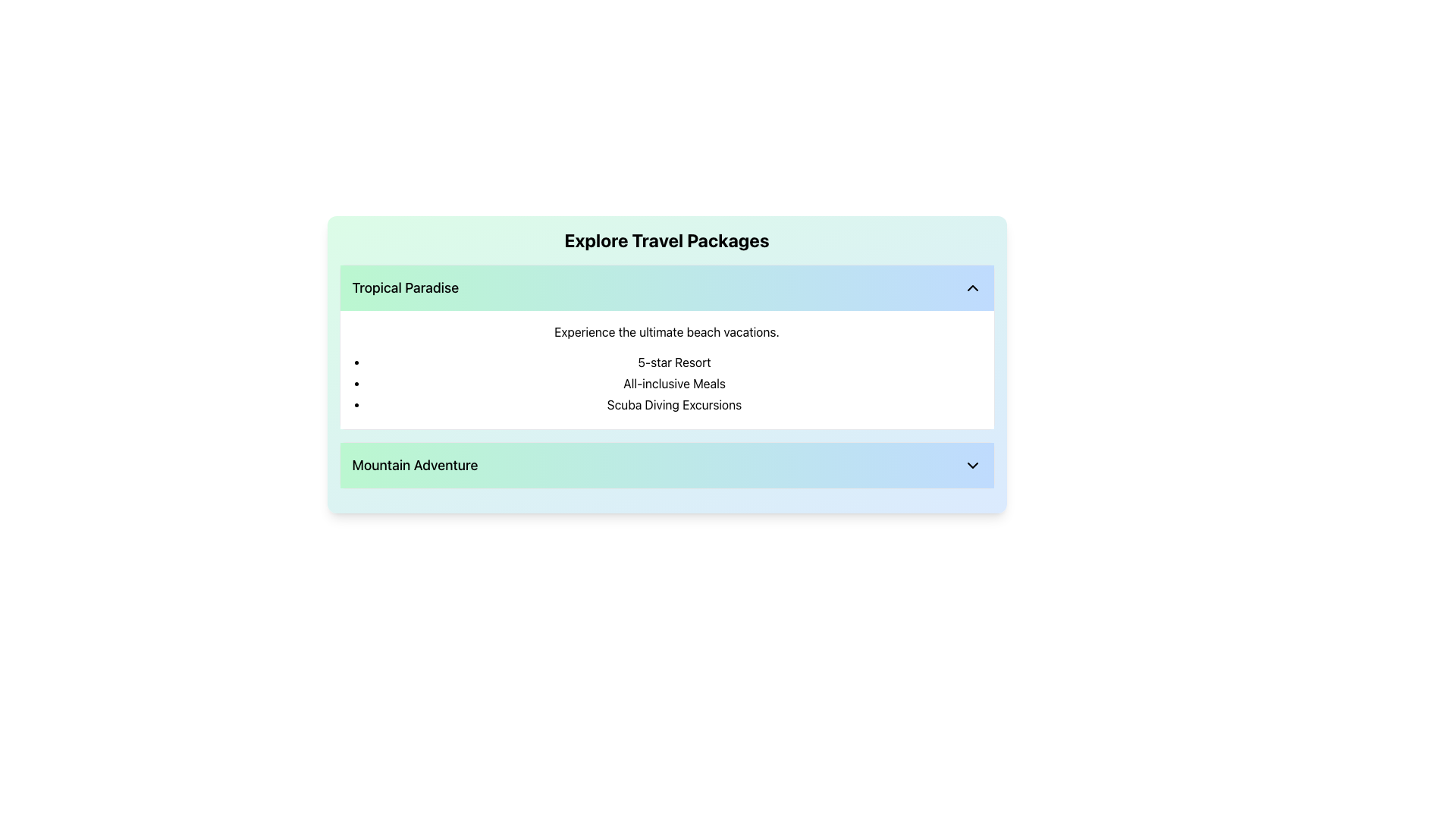 This screenshot has width=1456, height=819. I want to click on the downward-pointing chevron icon on the right edge of the 'Mountain Adventure' section, so click(972, 464).